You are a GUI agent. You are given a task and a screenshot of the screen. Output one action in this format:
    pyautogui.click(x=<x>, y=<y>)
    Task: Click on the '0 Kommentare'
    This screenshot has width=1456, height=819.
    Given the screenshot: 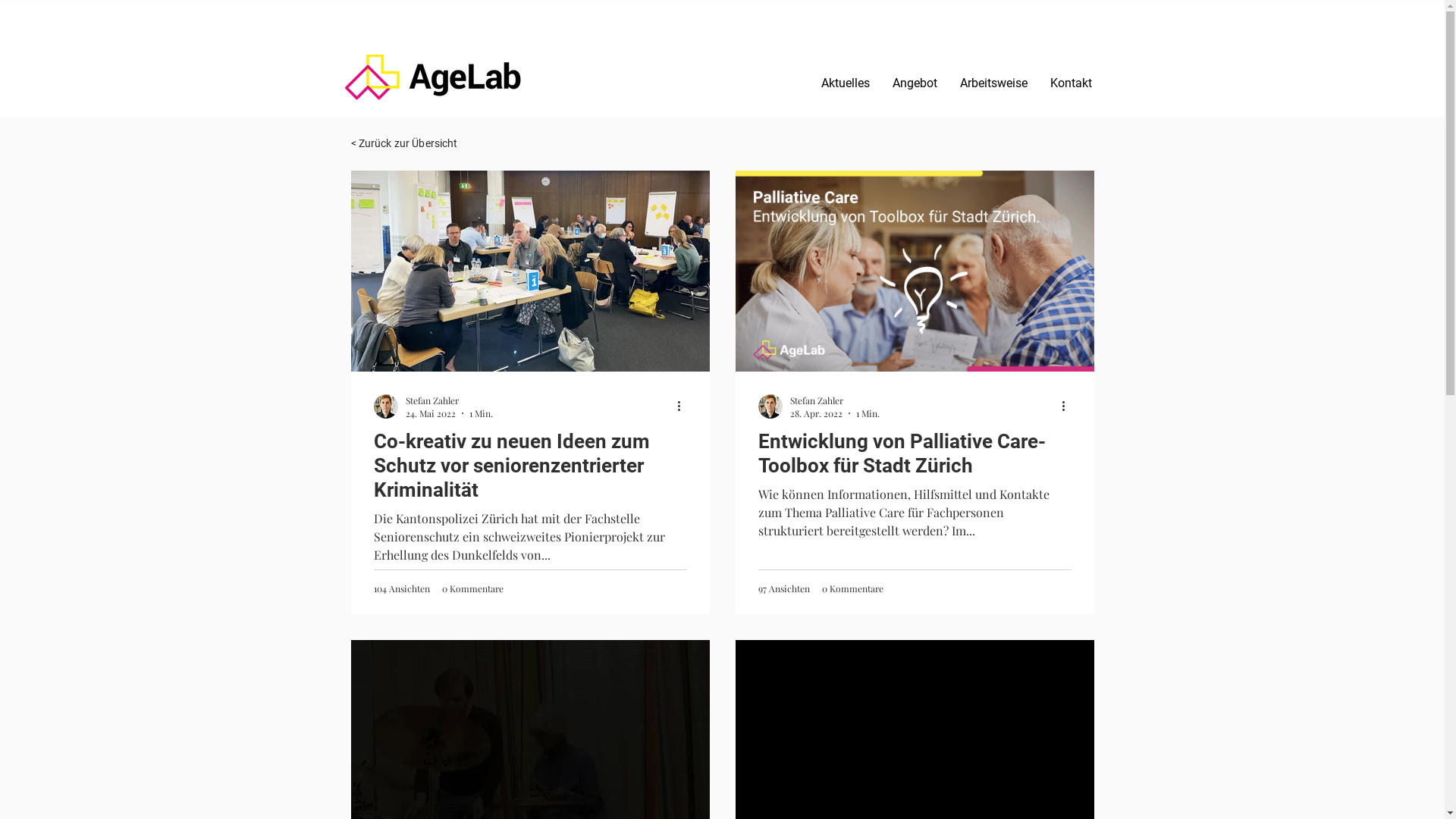 What is the action you would take?
    pyautogui.click(x=852, y=587)
    